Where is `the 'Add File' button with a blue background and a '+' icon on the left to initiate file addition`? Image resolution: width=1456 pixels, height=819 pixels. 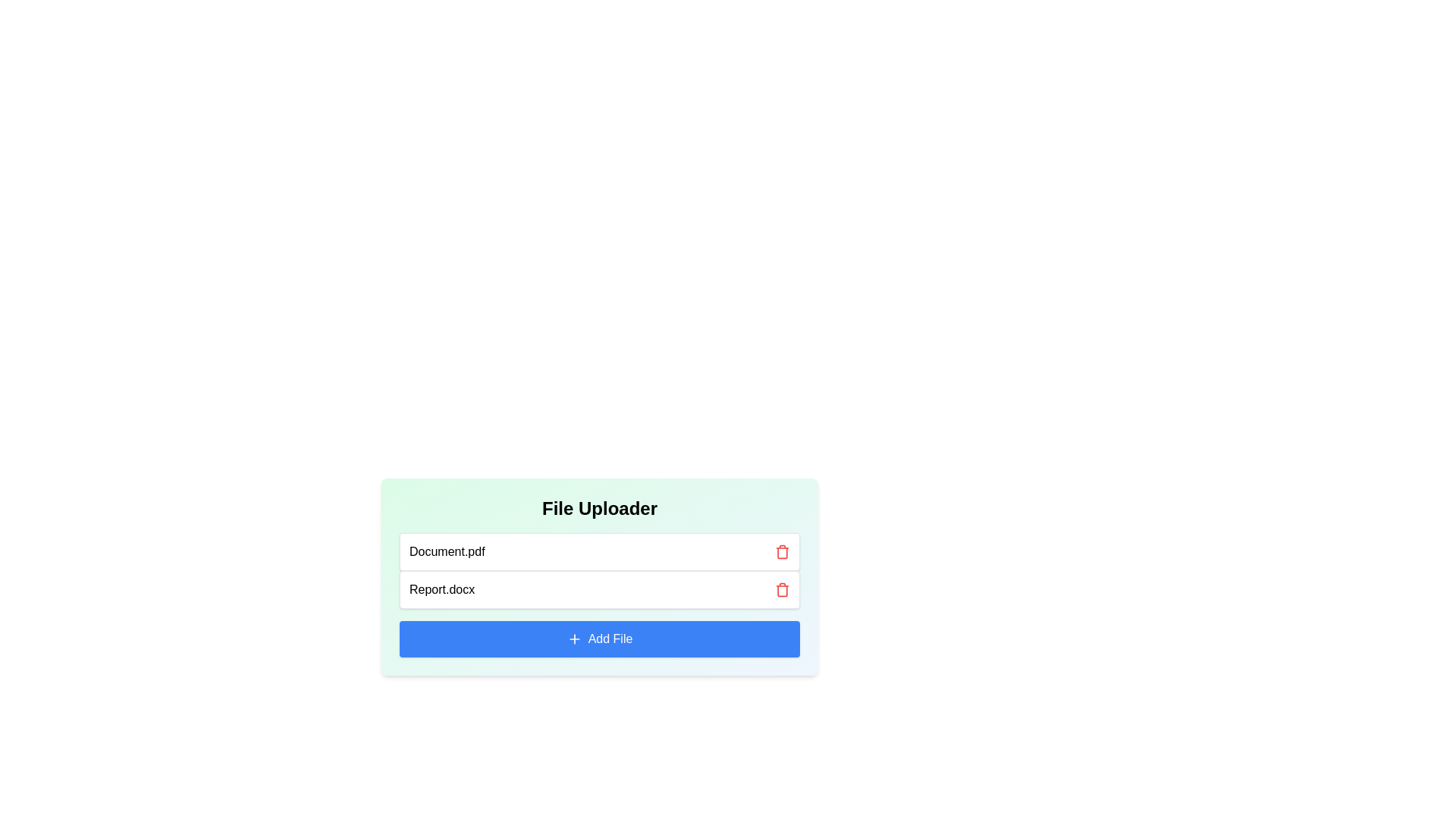 the 'Add File' button with a blue background and a '+' icon on the left to initiate file addition is located at coordinates (599, 639).